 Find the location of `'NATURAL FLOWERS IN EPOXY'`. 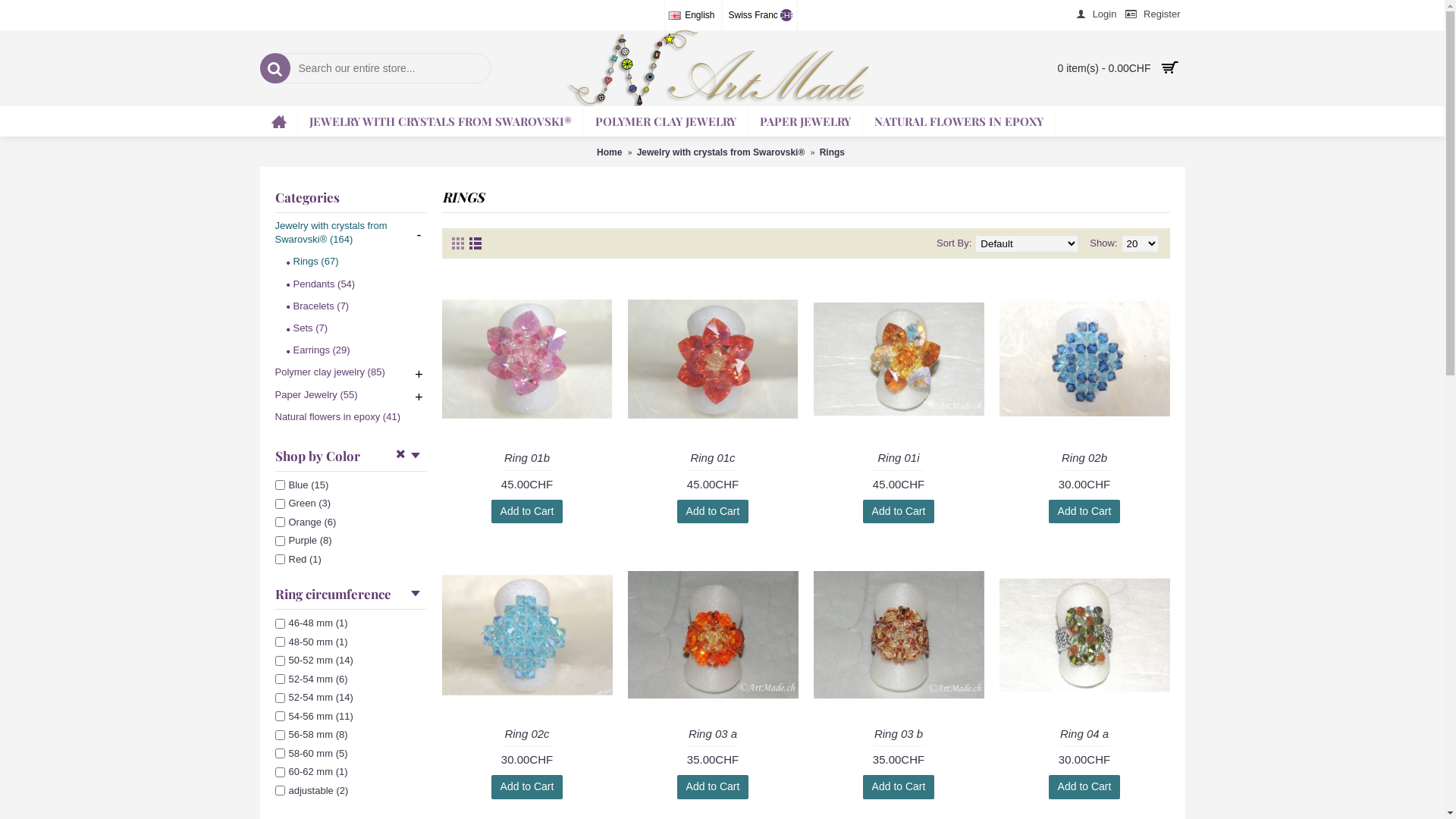

'NATURAL FLOWERS IN EPOXY' is located at coordinates (958, 120).